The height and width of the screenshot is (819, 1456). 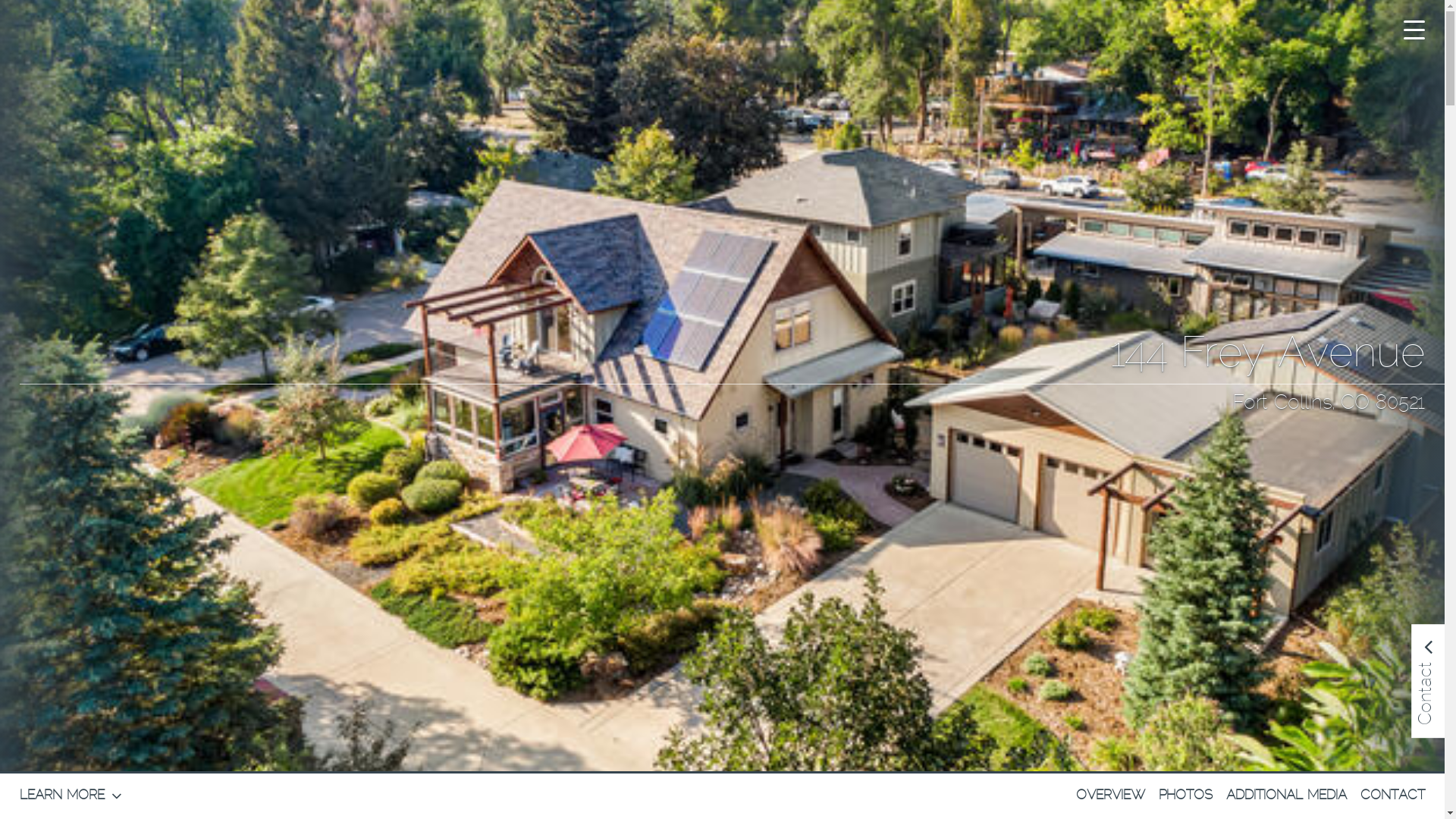 I want to click on 'PHOTOS', so click(x=1185, y=795).